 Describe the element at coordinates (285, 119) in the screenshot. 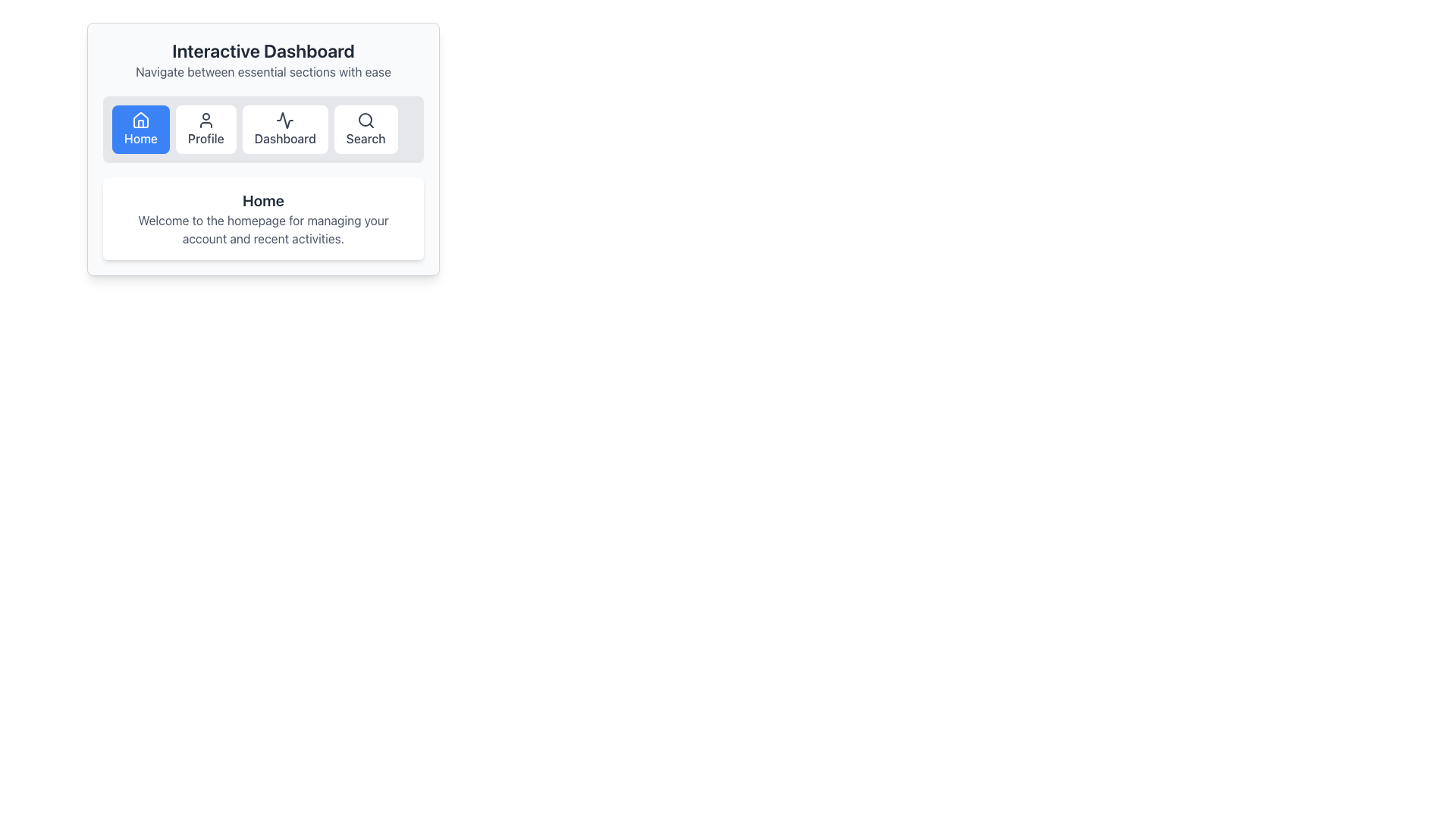

I see `the 'Dashboard' button which contains the SVG graphic icon for navigation to the dashboard interface` at that location.